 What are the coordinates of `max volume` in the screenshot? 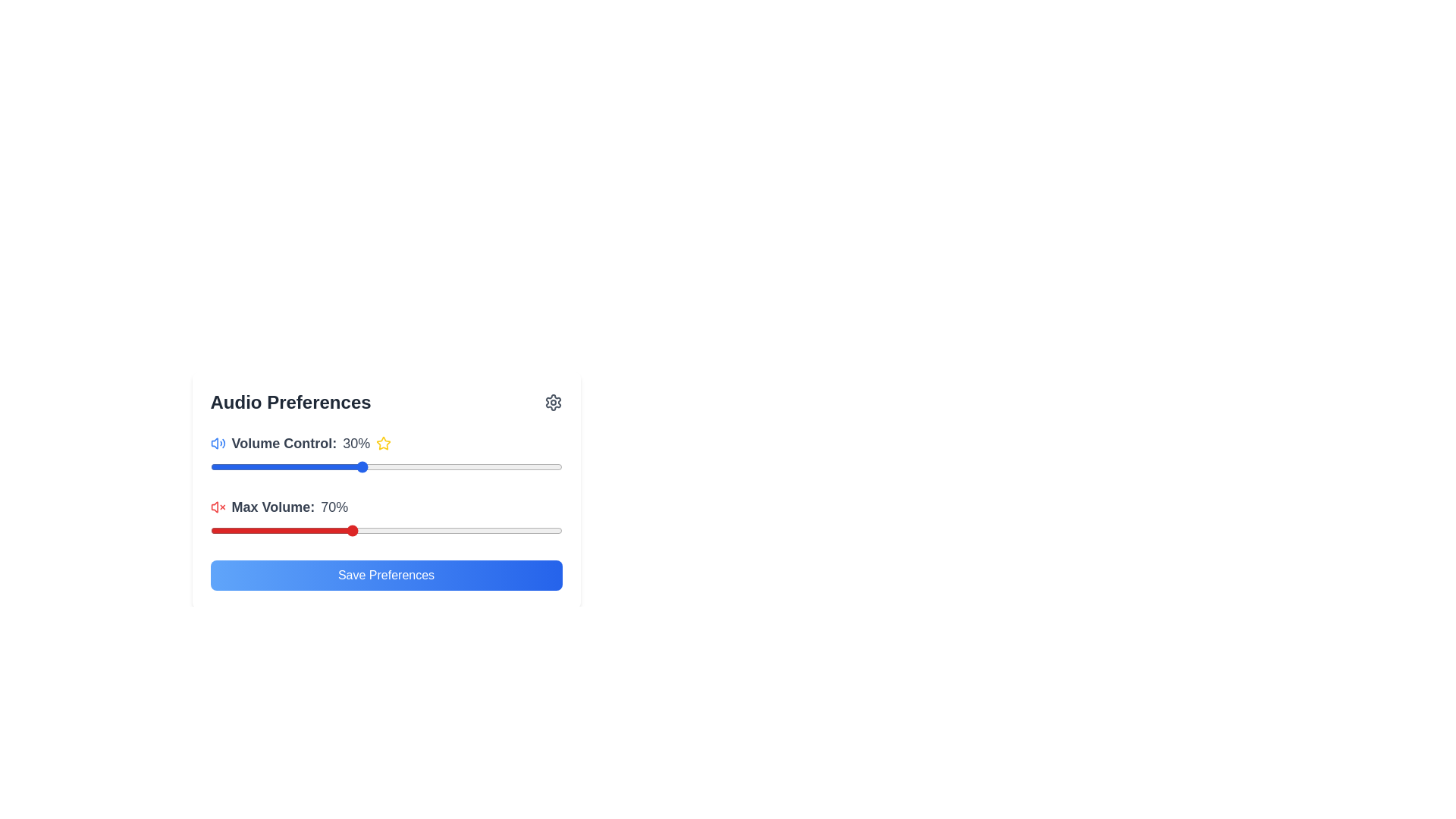 It's located at (449, 529).